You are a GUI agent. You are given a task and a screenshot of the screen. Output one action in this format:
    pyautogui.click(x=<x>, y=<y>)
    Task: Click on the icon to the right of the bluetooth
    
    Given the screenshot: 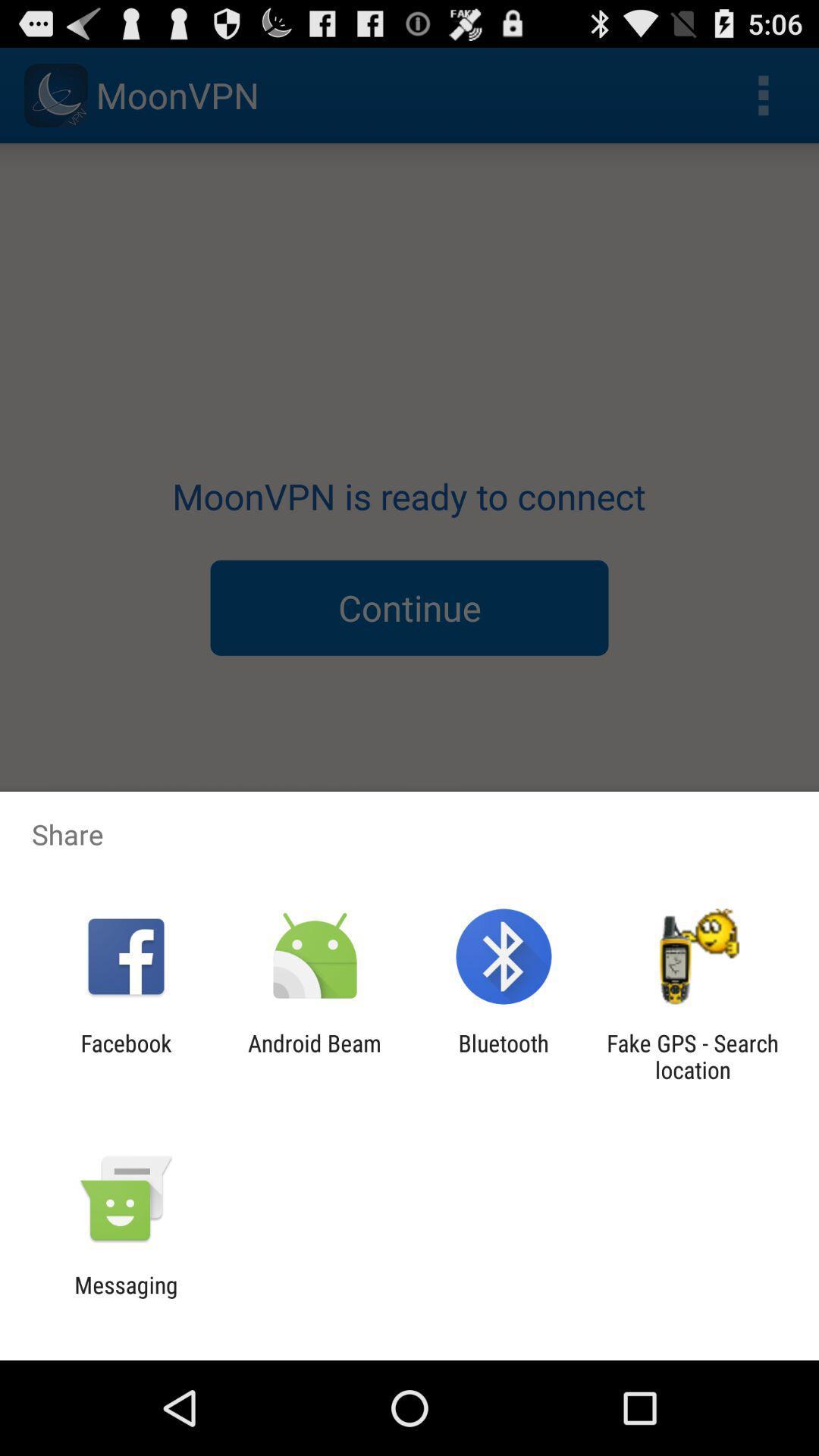 What is the action you would take?
    pyautogui.click(x=692, y=1056)
    